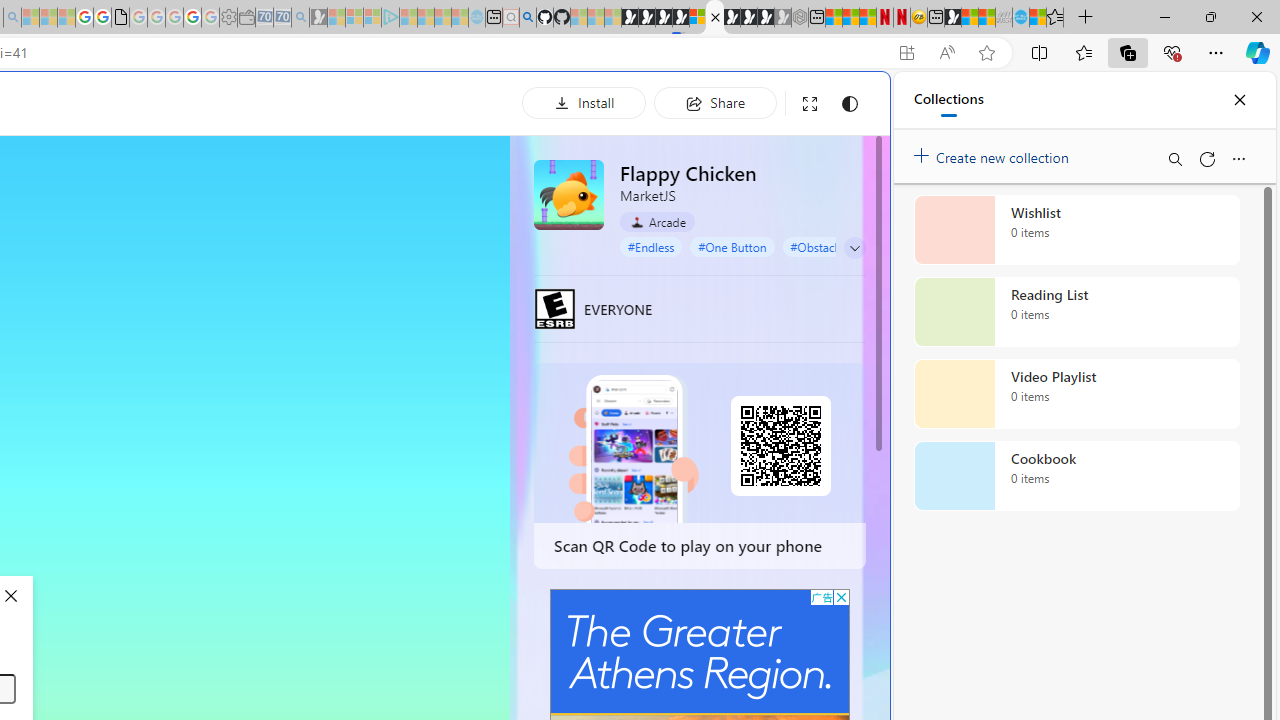 This screenshot has width=1280, height=720. Describe the element at coordinates (731, 245) in the screenshot. I see `'#One Button'` at that location.